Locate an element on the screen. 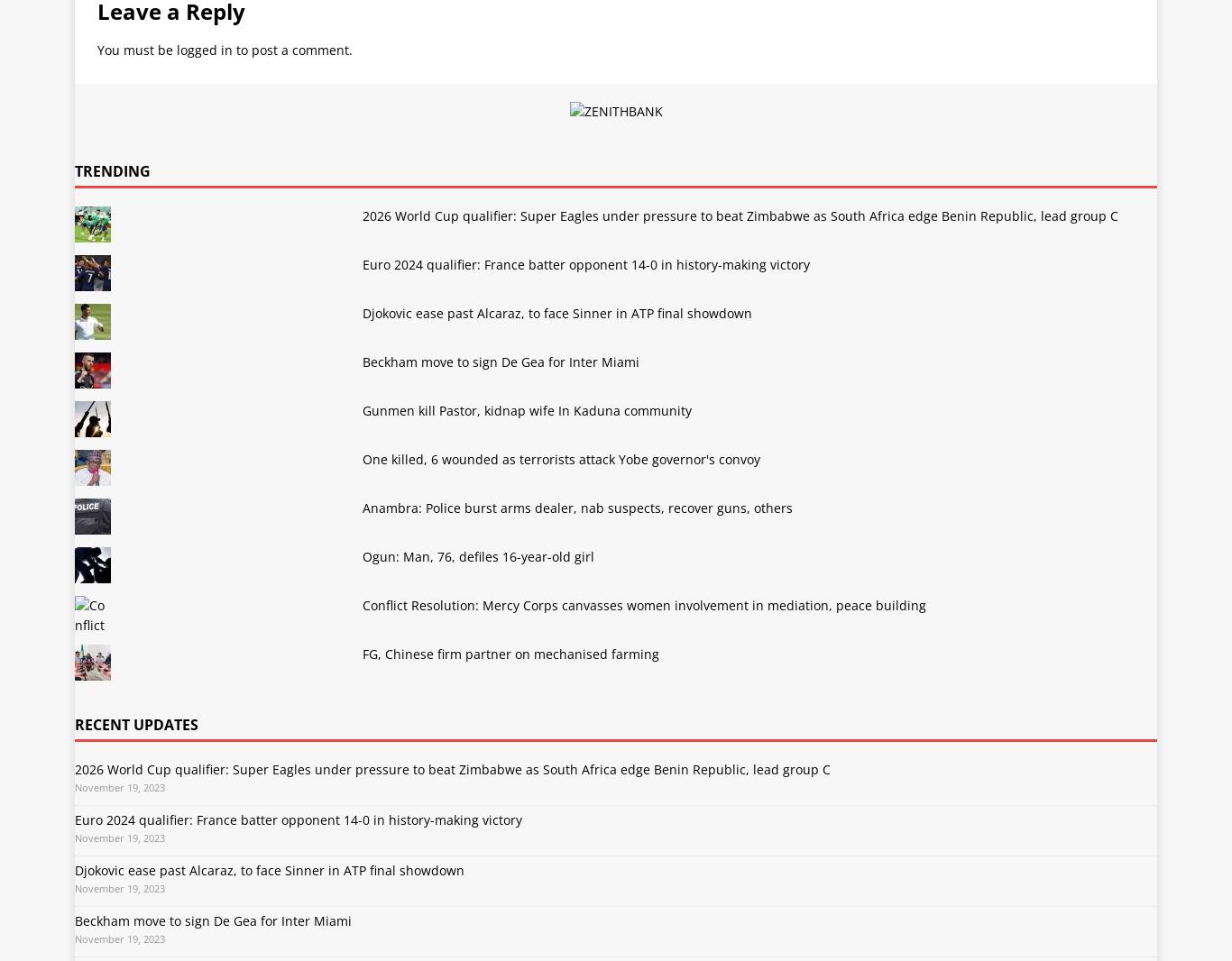  'You must be' is located at coordinates (136, 49).